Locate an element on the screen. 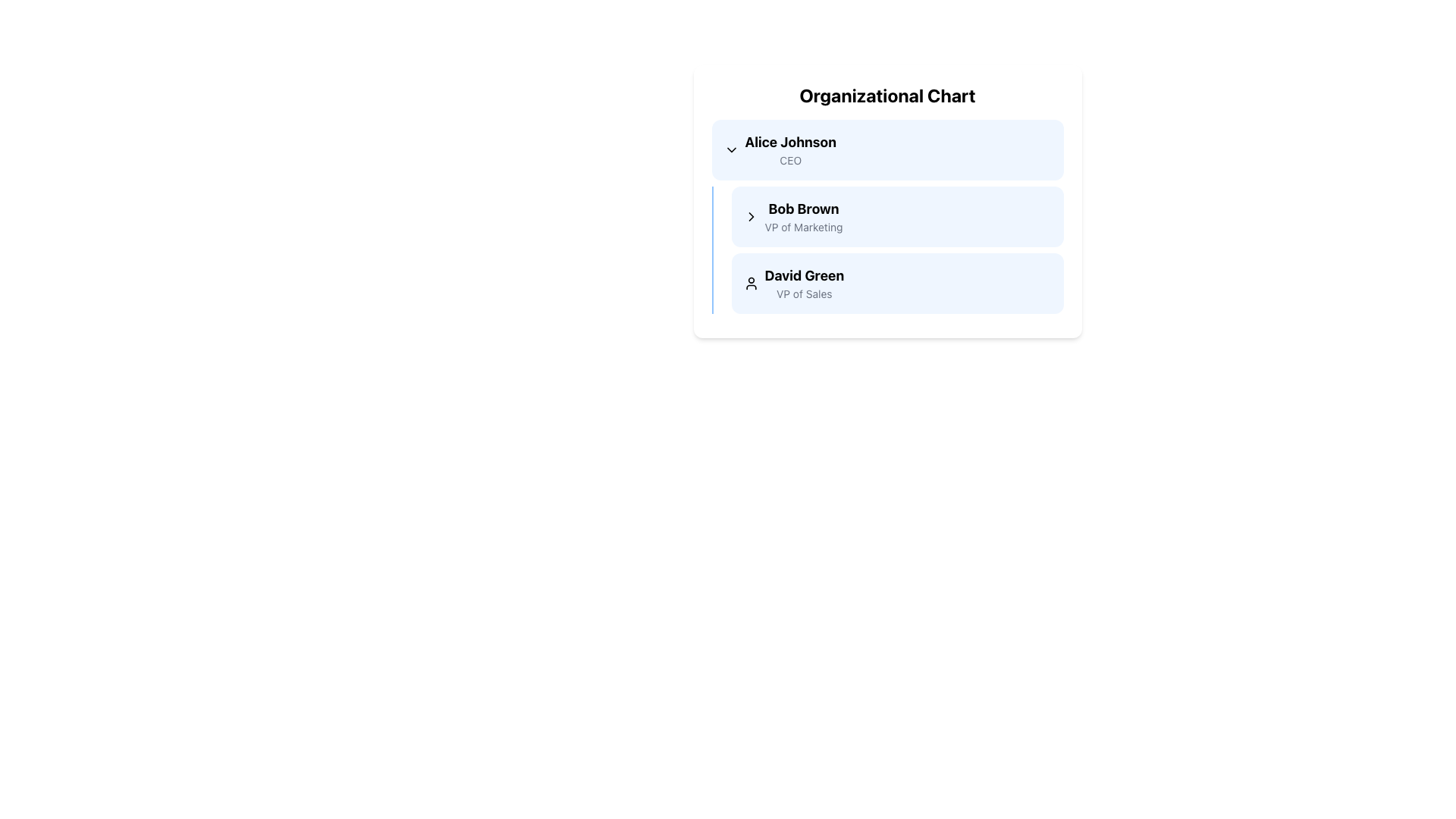  the 'CEO' text label displayed in a small, gray font, which is positioned directly underneath 'Alice Johnson' in the first card of the vertical organizational chart is located at coordinates (789, 161).